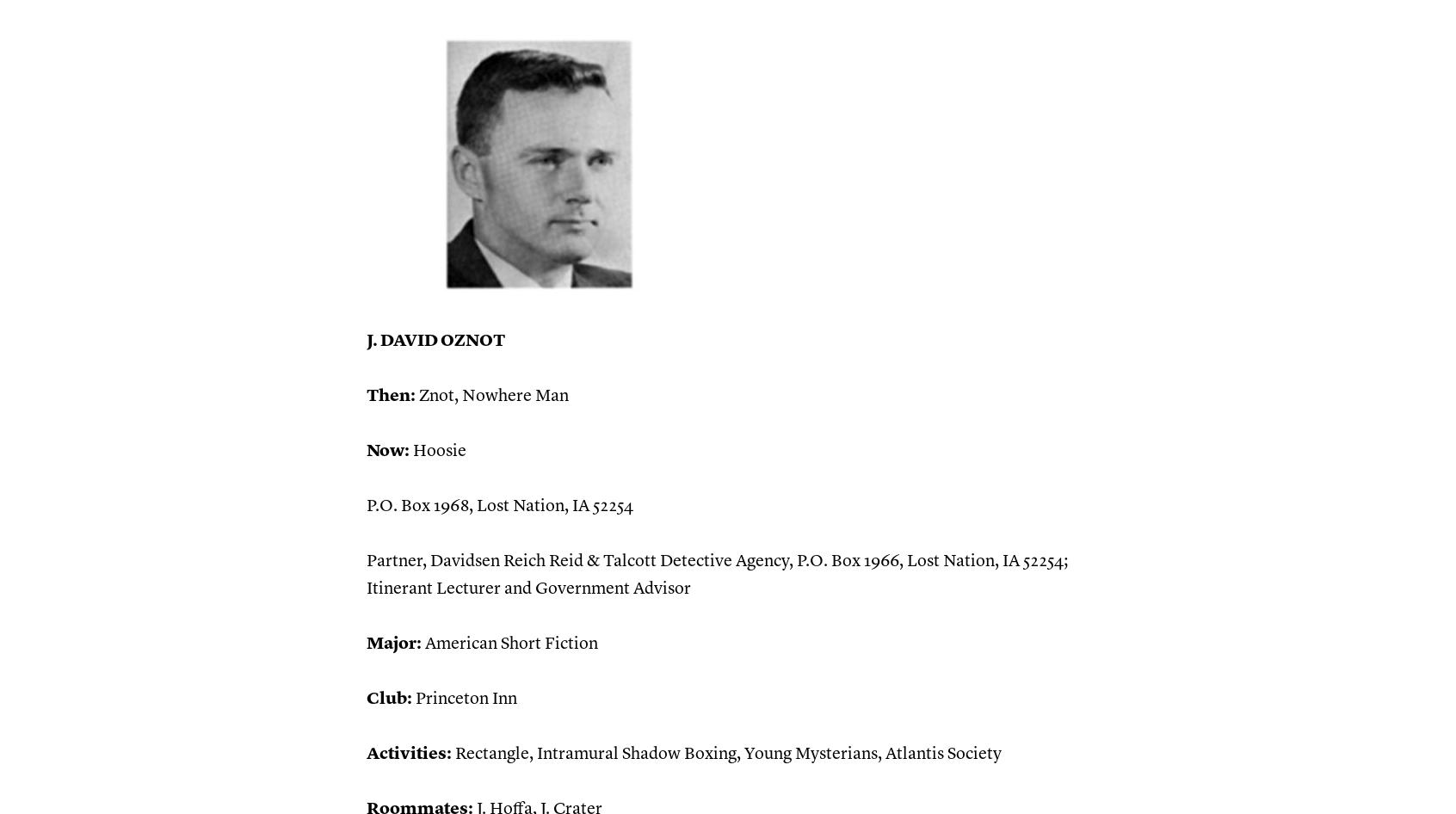 Image resolution: width=1456 pixels, height=814 pixels. Describe the element at coordinates (464, 699) in the screenshot. I see `'Princeton Inn'` at that location.